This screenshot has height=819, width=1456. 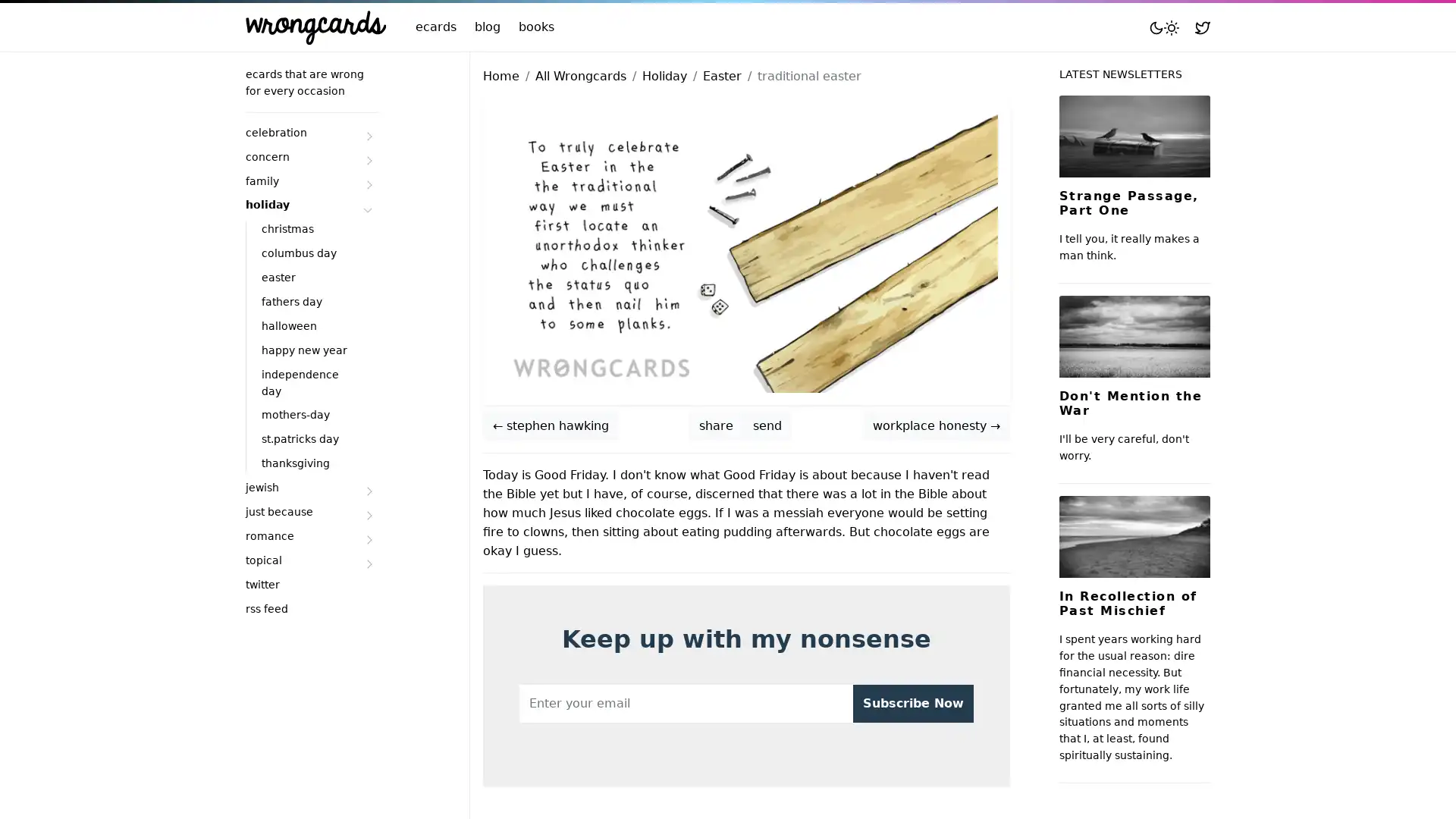 I want to click on Submenu, so click(x=367, y=208).